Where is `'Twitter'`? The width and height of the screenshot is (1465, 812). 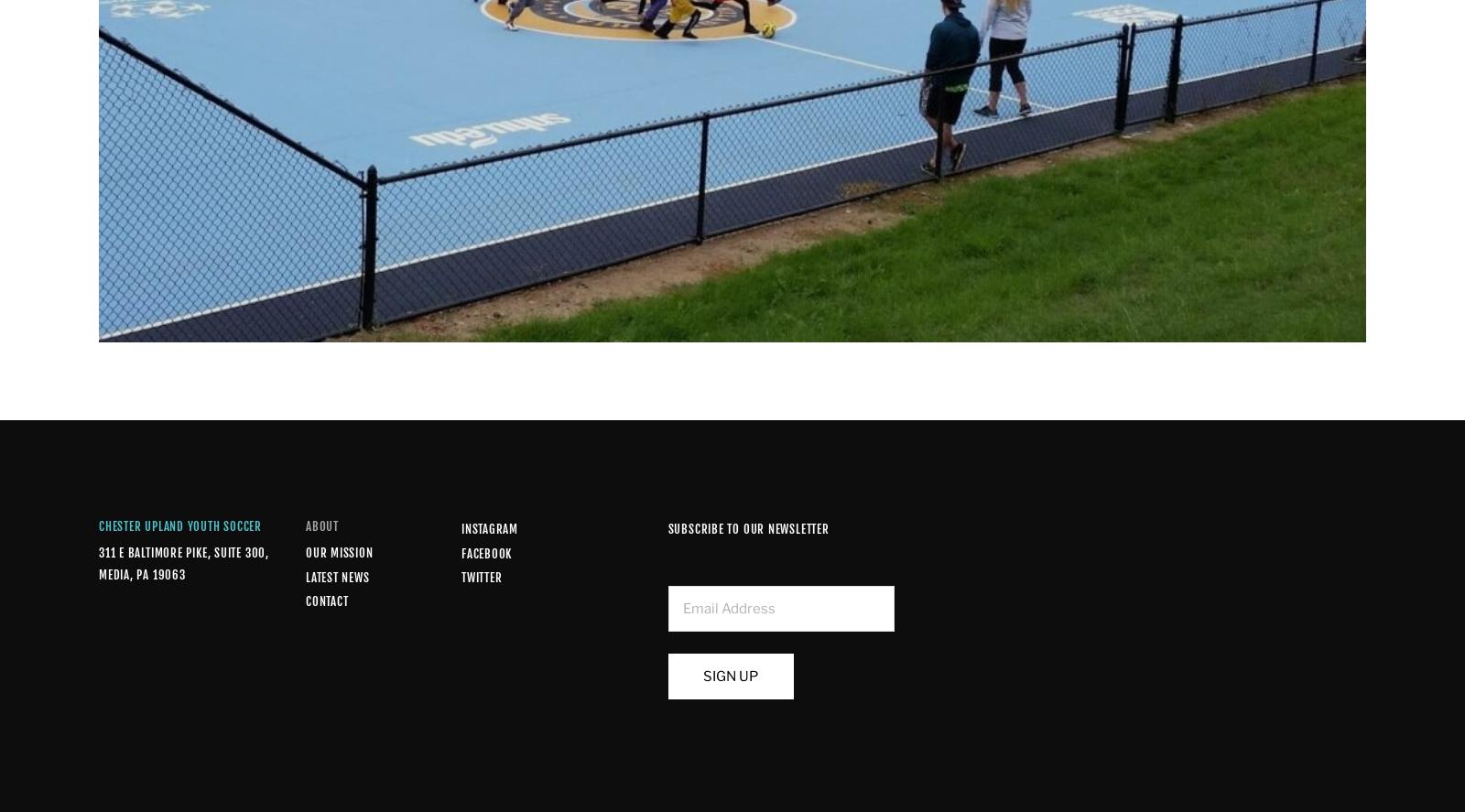 'Twitter' is located at coordinates (480, 577).